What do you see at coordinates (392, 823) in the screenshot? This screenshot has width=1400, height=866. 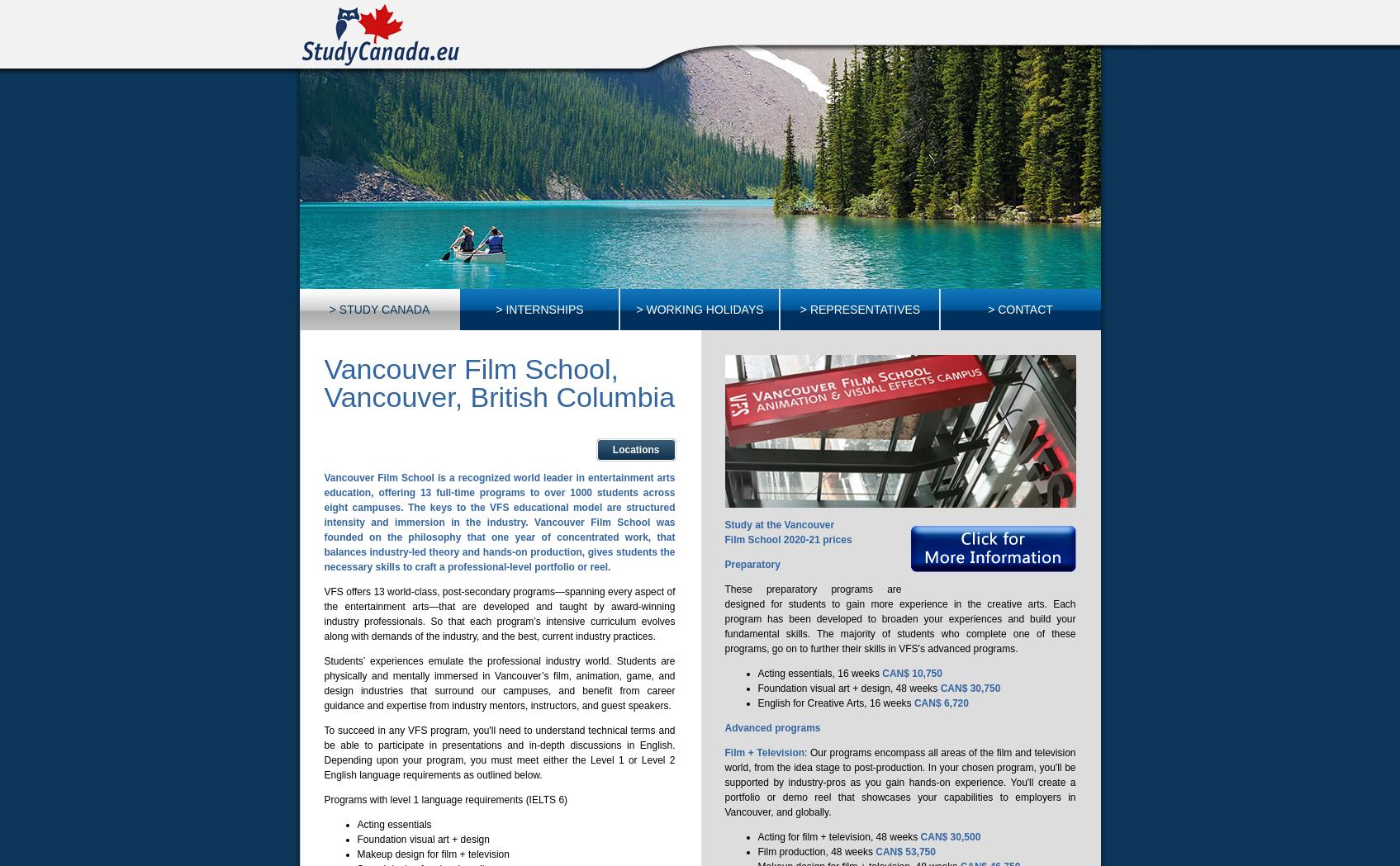 I see `'Acting essentials'` at bounding box center [392, 823].